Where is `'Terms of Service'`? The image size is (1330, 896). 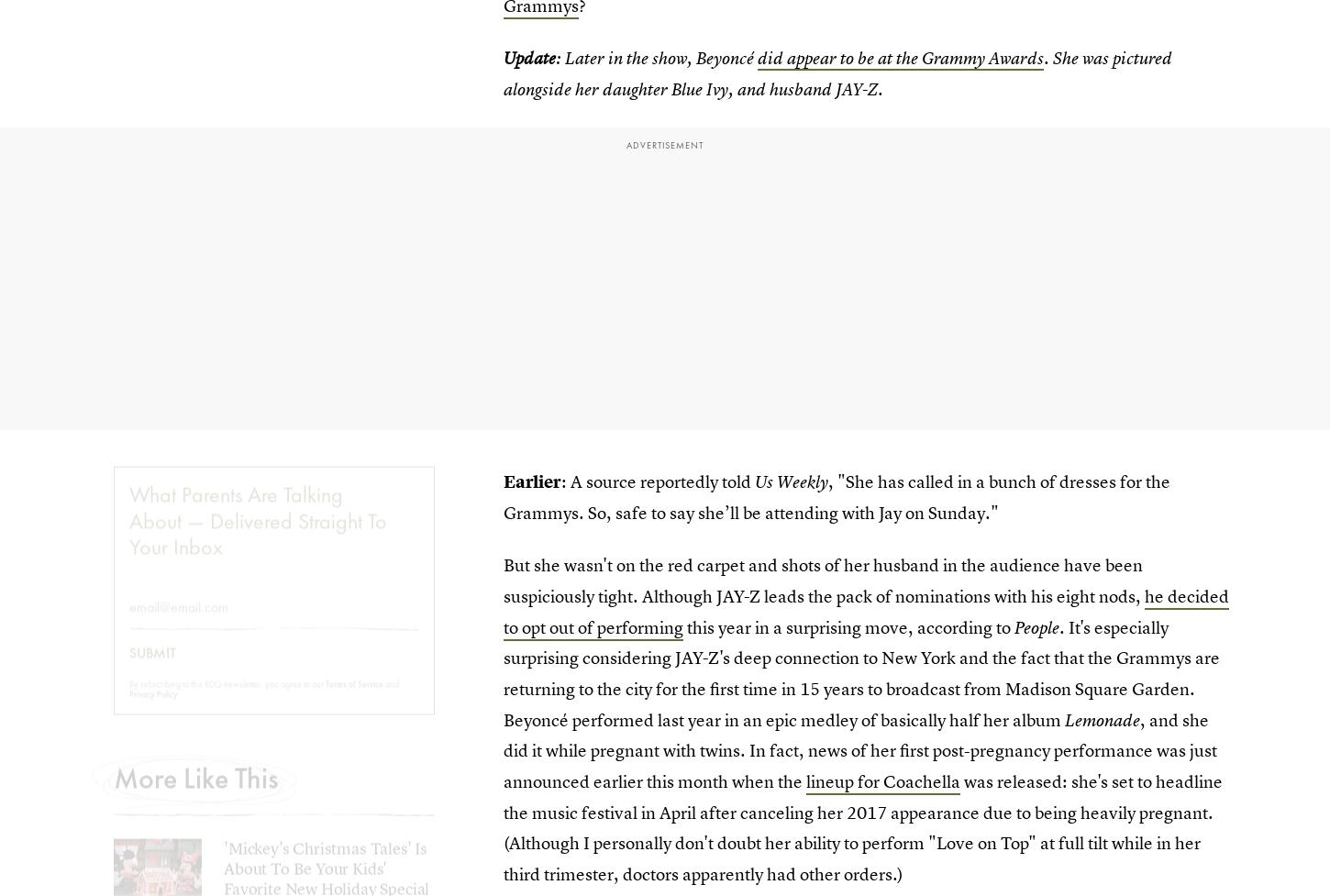 'Terms of Service' is located at coordinates (353, 699).